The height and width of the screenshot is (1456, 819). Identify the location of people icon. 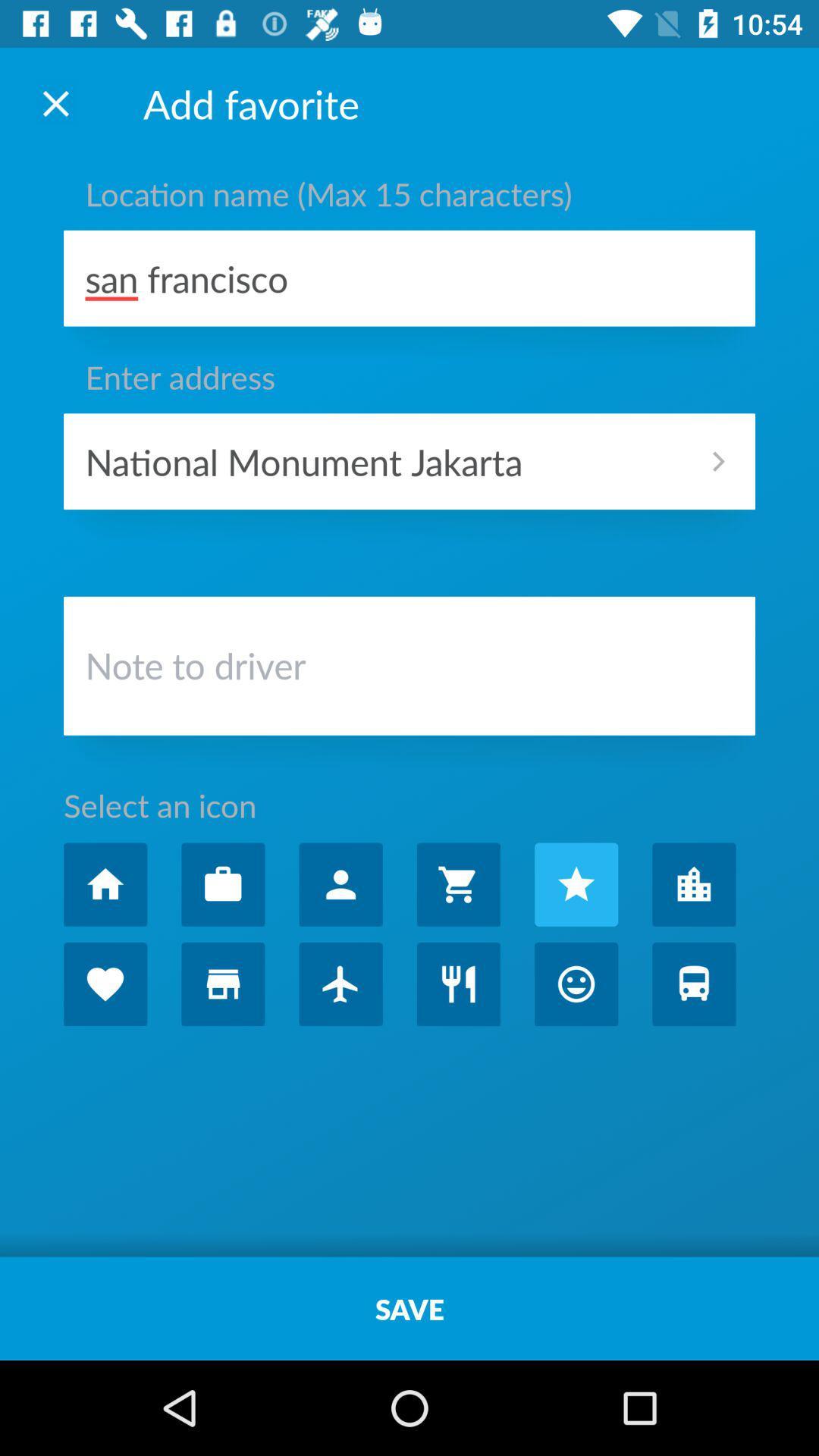
(340, 884).